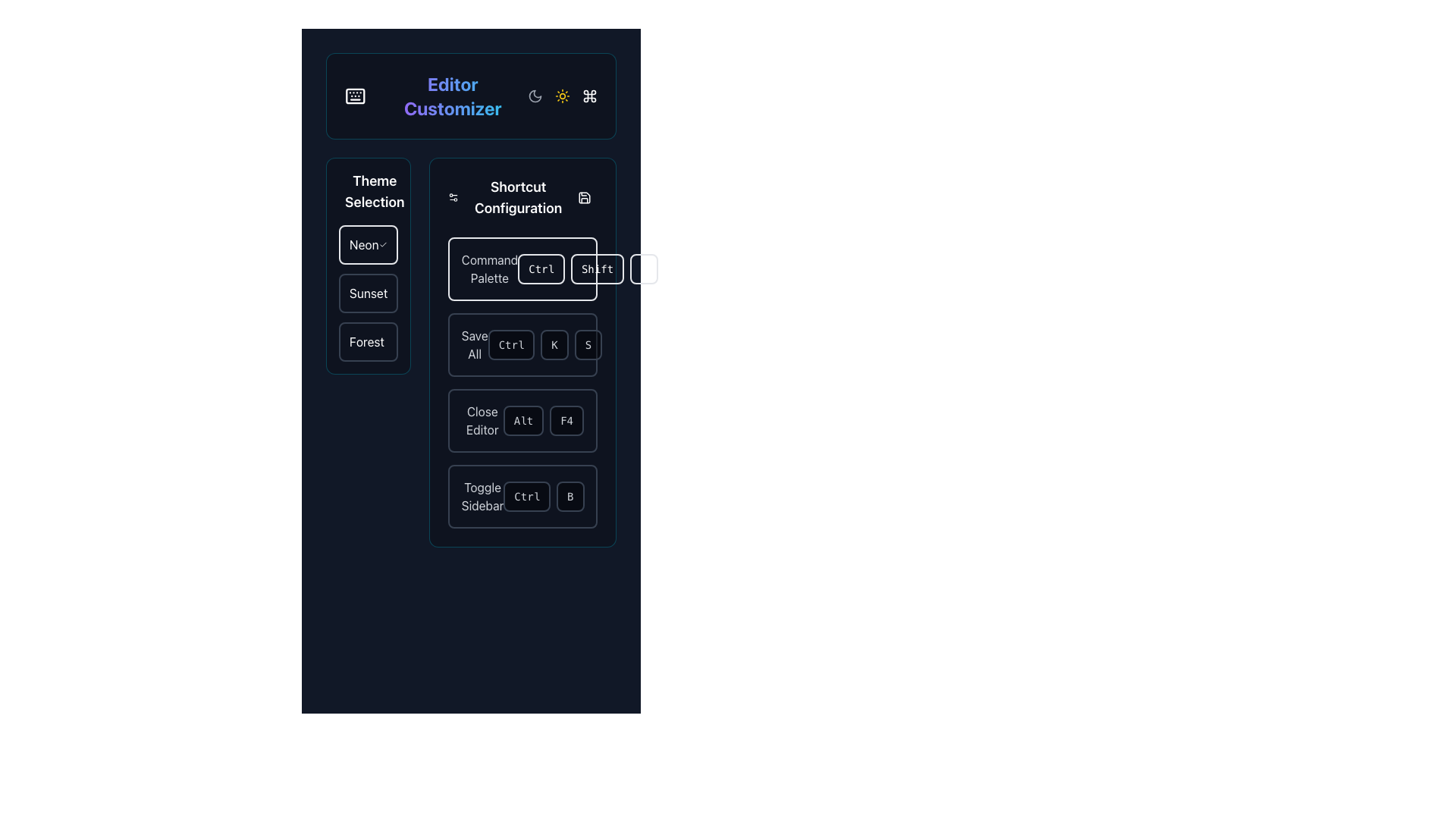 The width and height of the screenshot is (1456, 819). Describe the element at coordinates (588, 96) in the screenshot. I see `the graphical icon resembling a command symbol, which is styled in cyan and has a clover-like appearance, positioned in the top right corner of the UI` at that location.